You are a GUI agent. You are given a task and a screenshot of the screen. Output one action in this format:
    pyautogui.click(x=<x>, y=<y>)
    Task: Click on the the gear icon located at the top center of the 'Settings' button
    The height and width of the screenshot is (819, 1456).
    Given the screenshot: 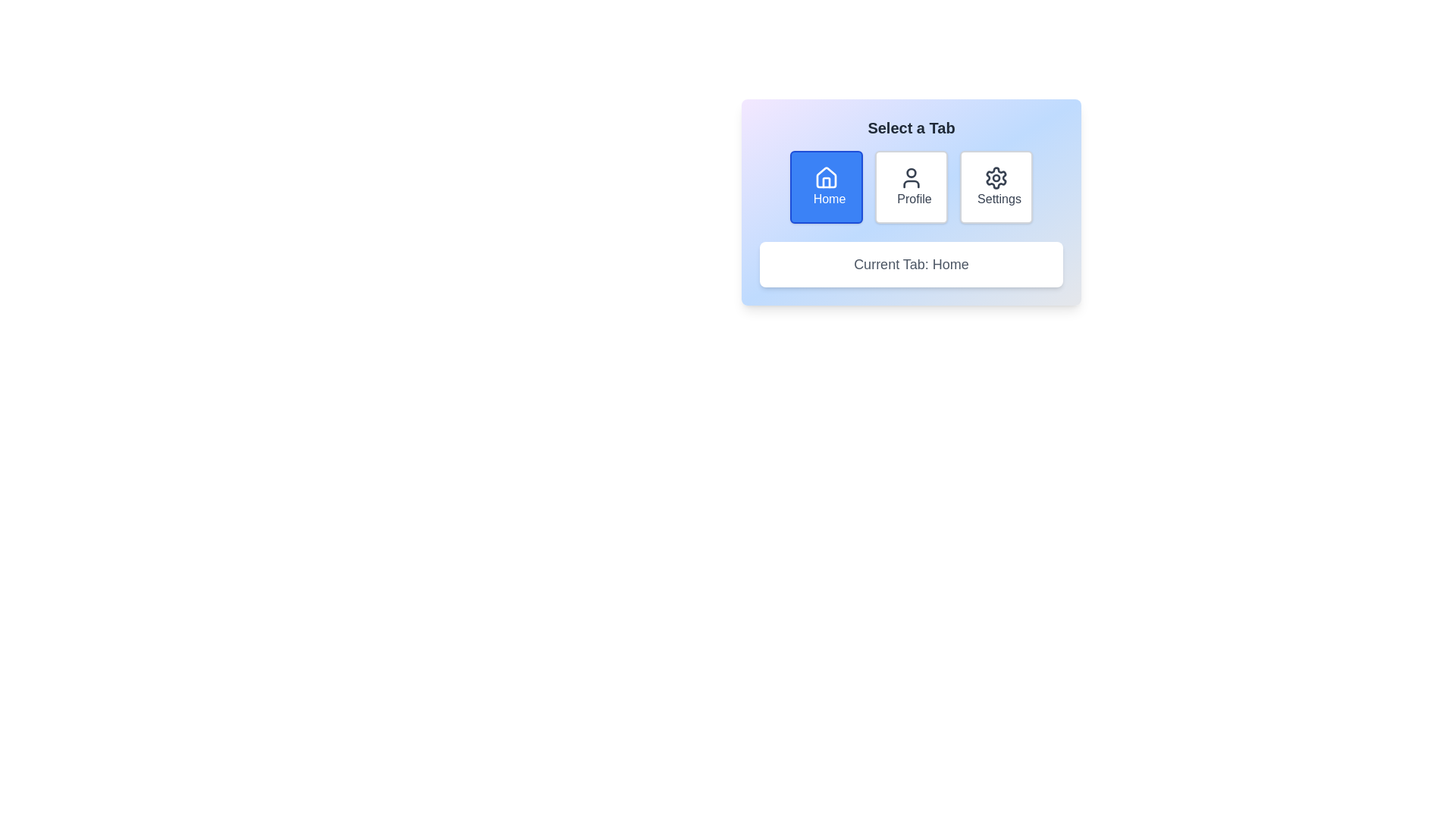 What is the action you would take?
    pyautogui.click(x=996, y=177)
    